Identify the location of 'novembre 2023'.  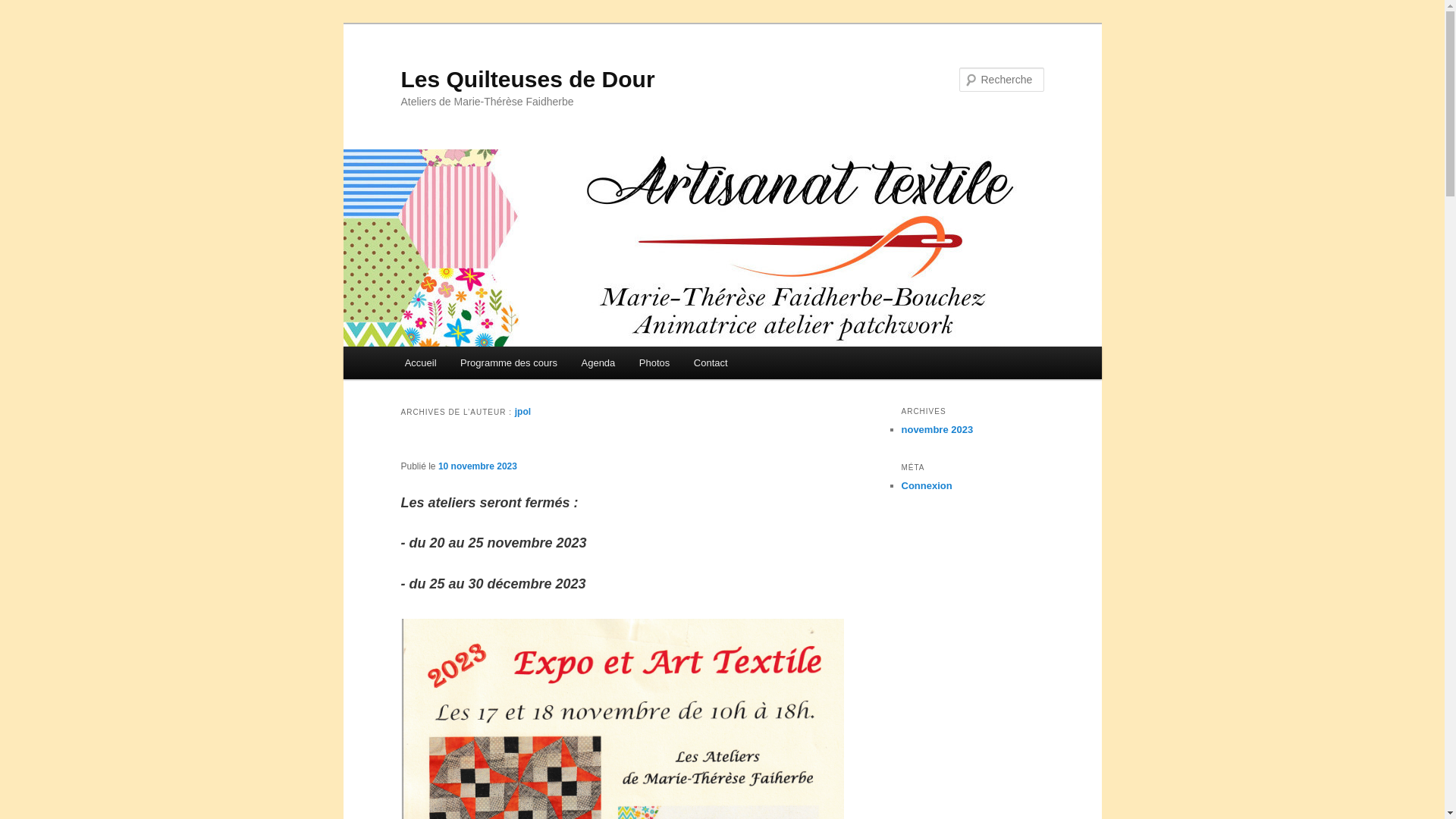
(936, 429).